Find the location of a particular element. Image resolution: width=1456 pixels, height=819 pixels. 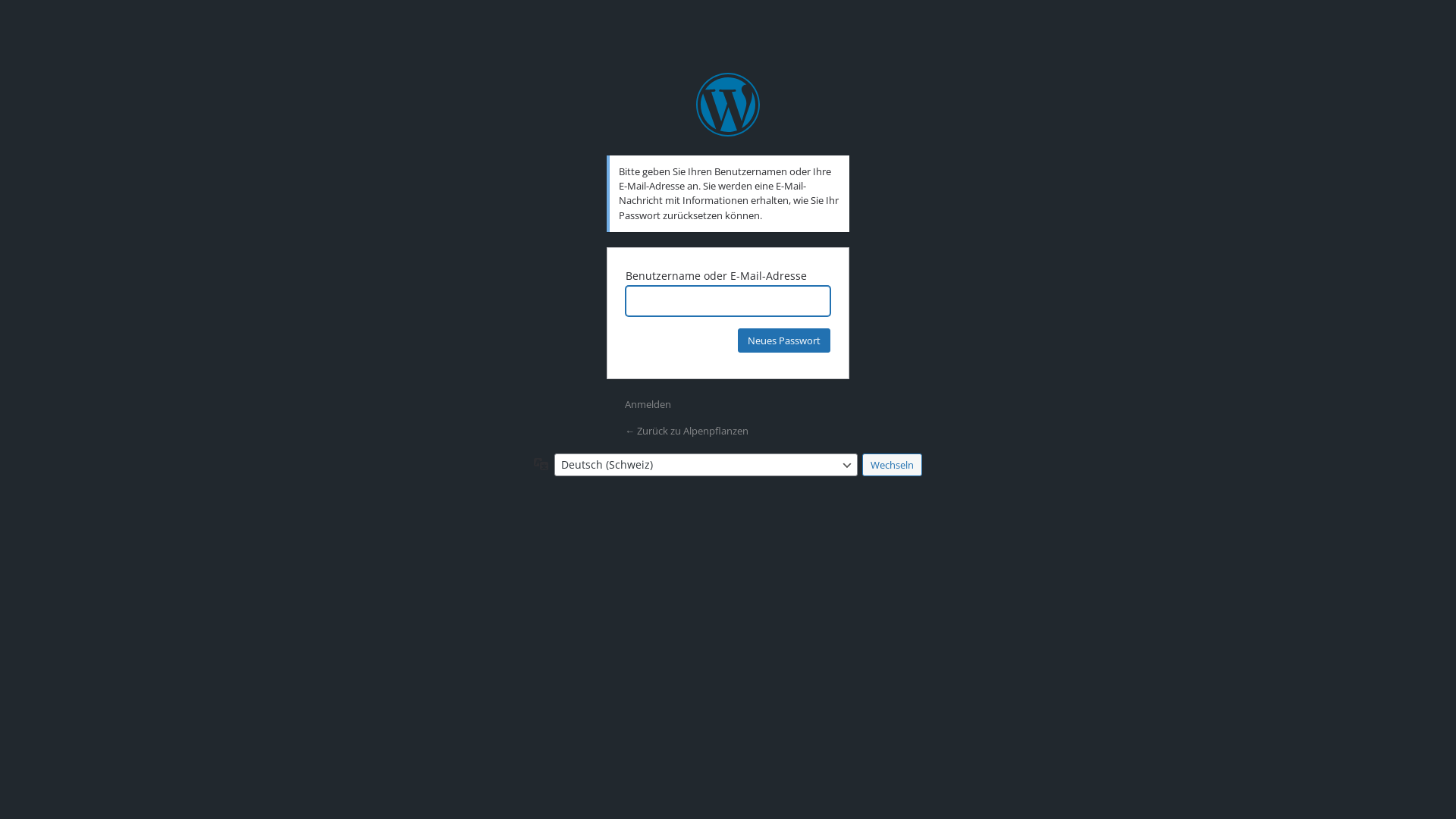

'Wechseln' is located at coordinates (892, 464).